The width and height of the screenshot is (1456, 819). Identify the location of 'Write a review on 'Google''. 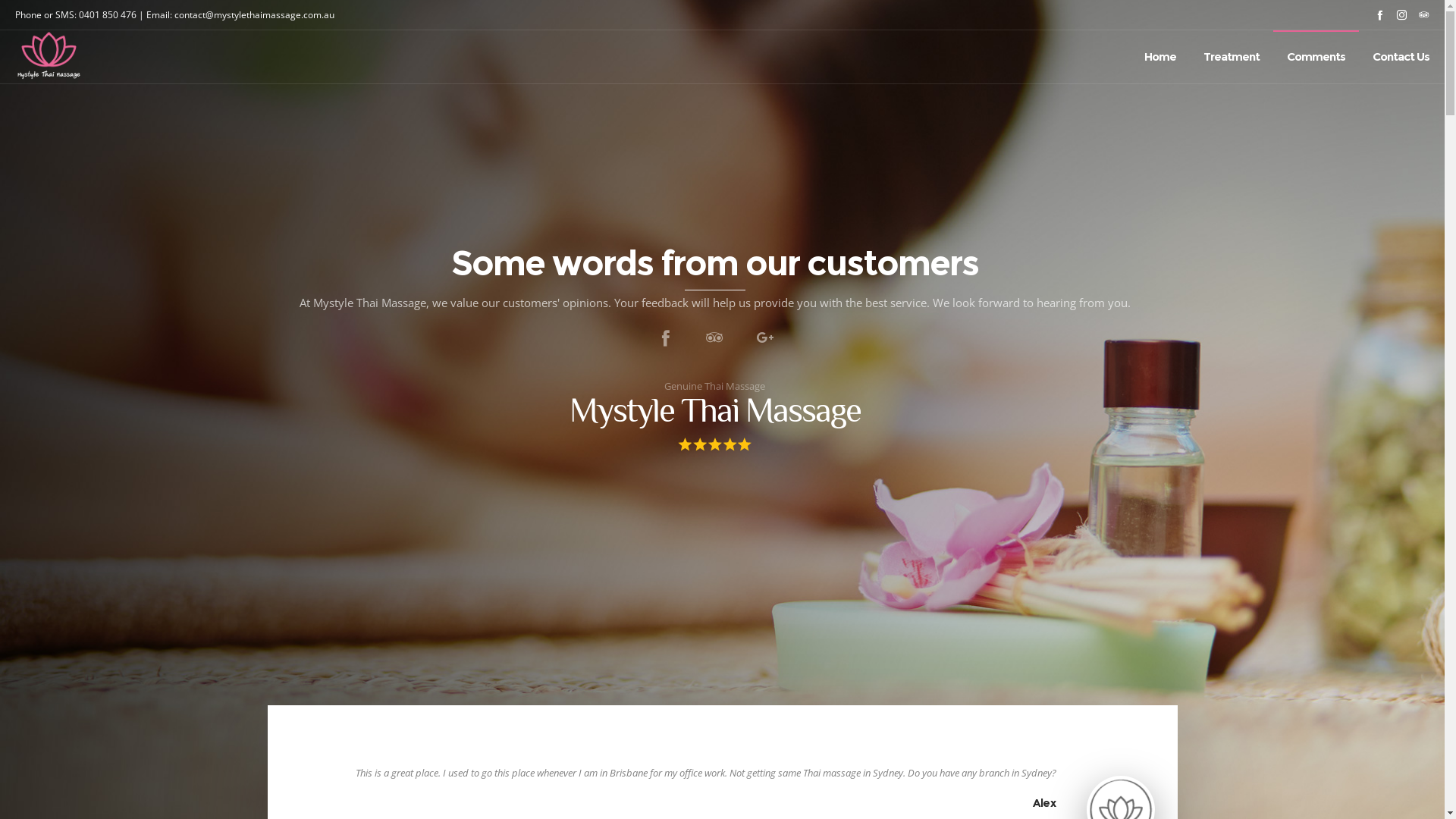
(764, 337).